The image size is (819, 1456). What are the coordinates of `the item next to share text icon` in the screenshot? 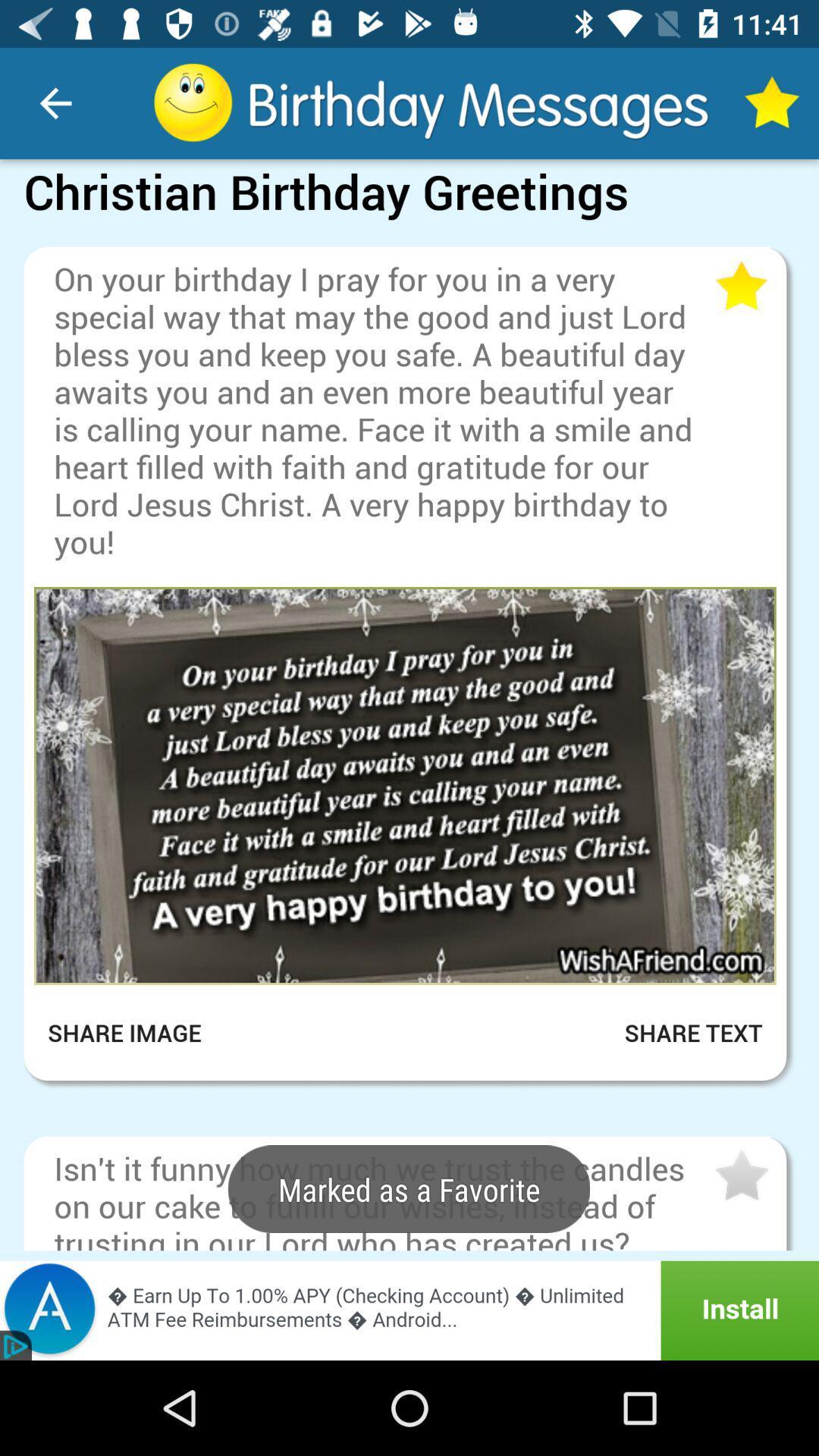 It's located at (134, 1032).